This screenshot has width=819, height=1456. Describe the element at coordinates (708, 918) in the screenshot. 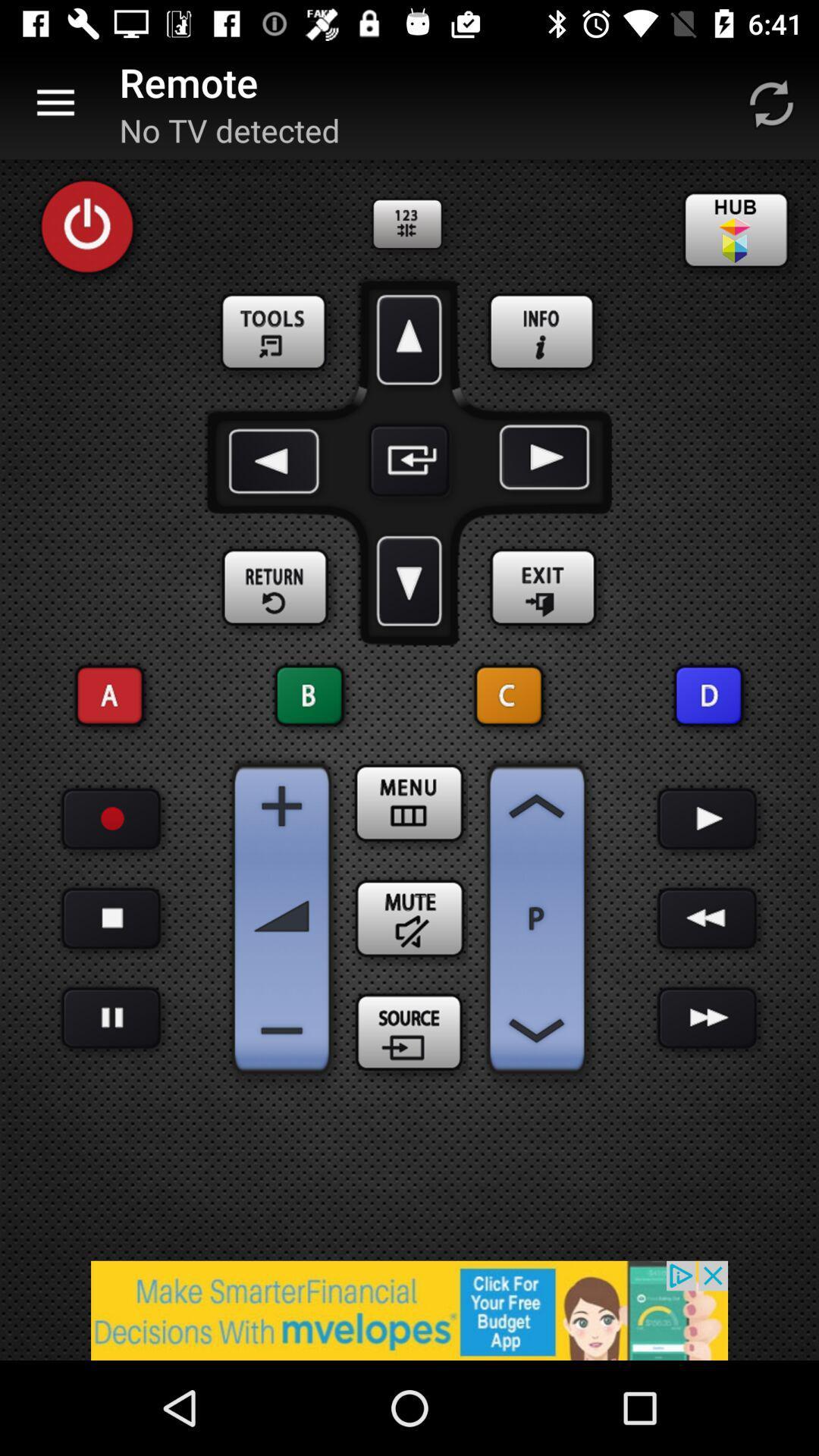

I see `the av_rewind icon` at that location.